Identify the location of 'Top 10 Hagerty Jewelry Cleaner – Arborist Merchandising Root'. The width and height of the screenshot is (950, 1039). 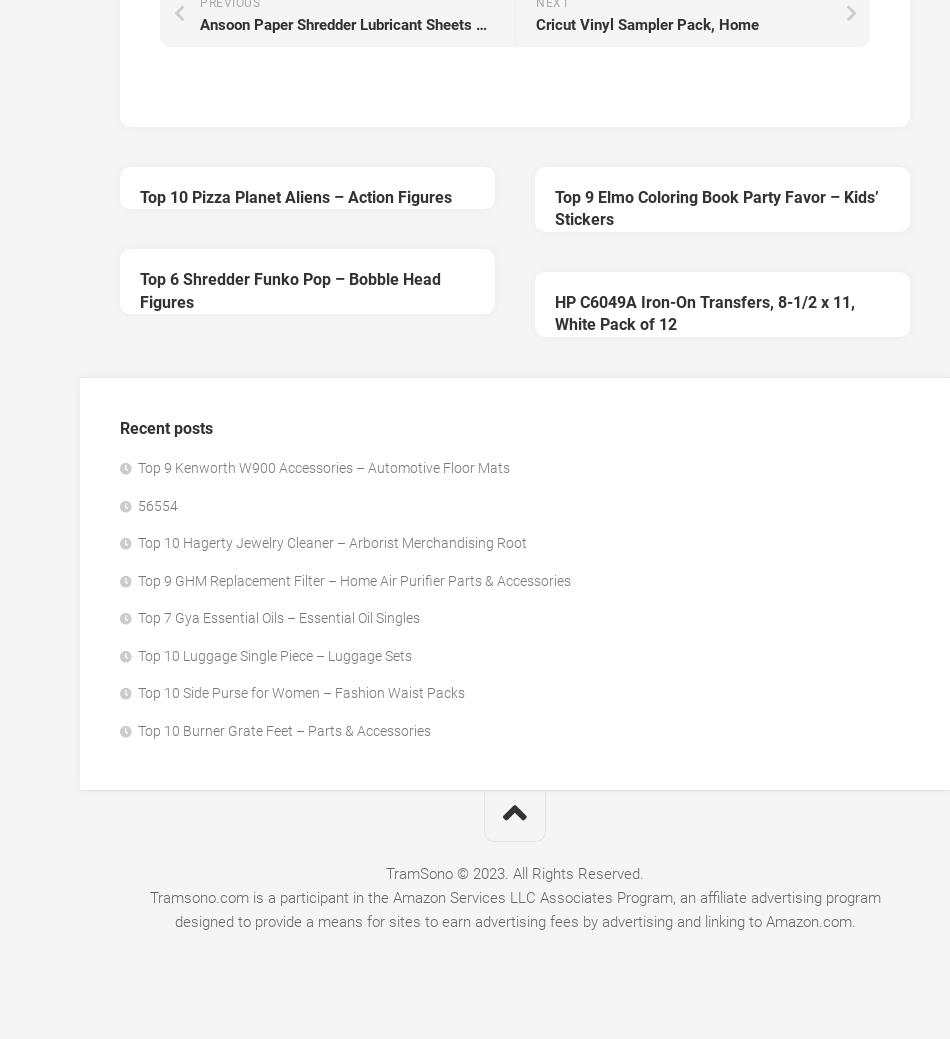
(138, 542).